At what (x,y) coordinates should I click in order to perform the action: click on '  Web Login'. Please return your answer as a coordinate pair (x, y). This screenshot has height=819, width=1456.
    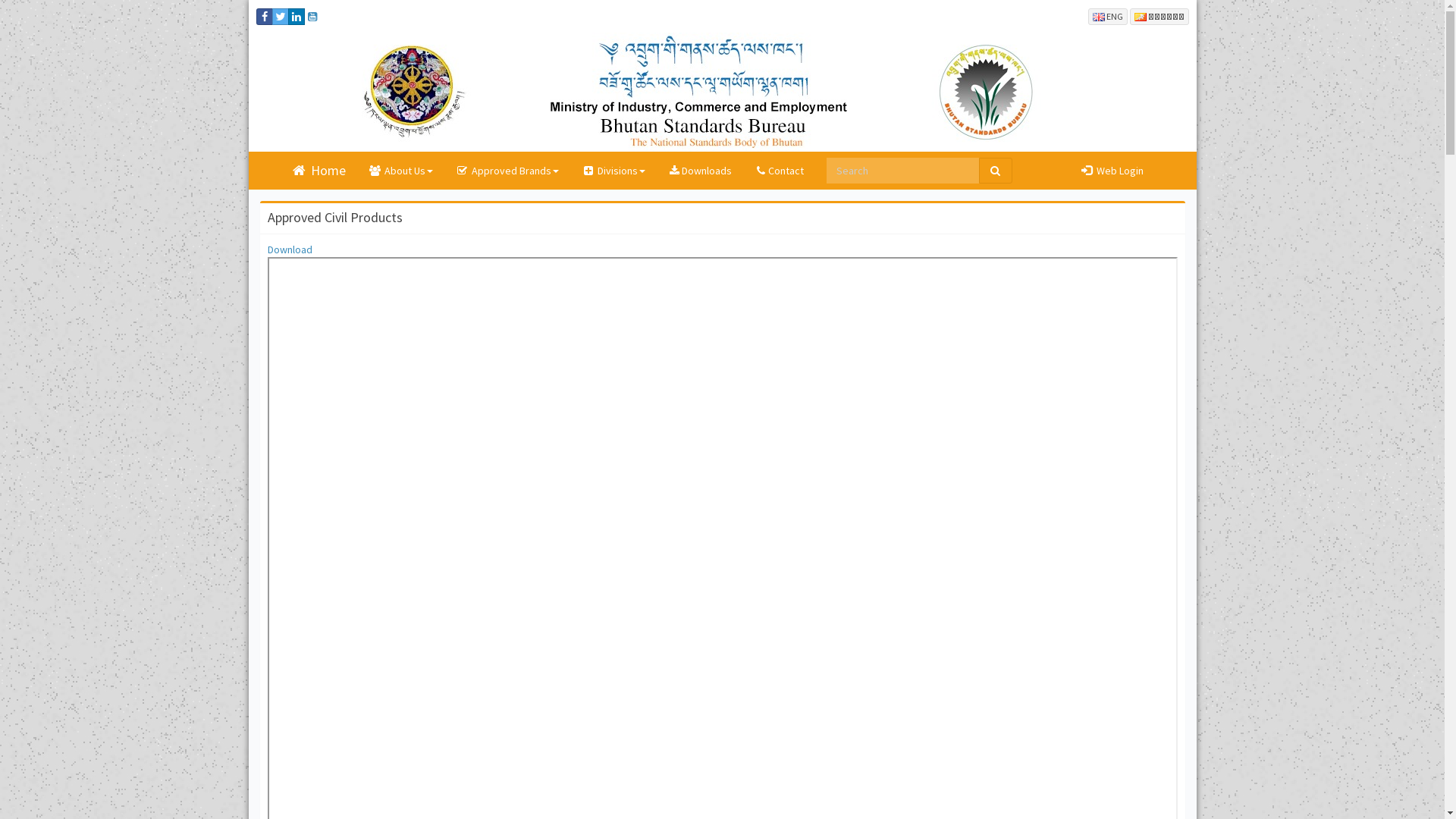
    Looking at the image, I should click on (1111, 170).